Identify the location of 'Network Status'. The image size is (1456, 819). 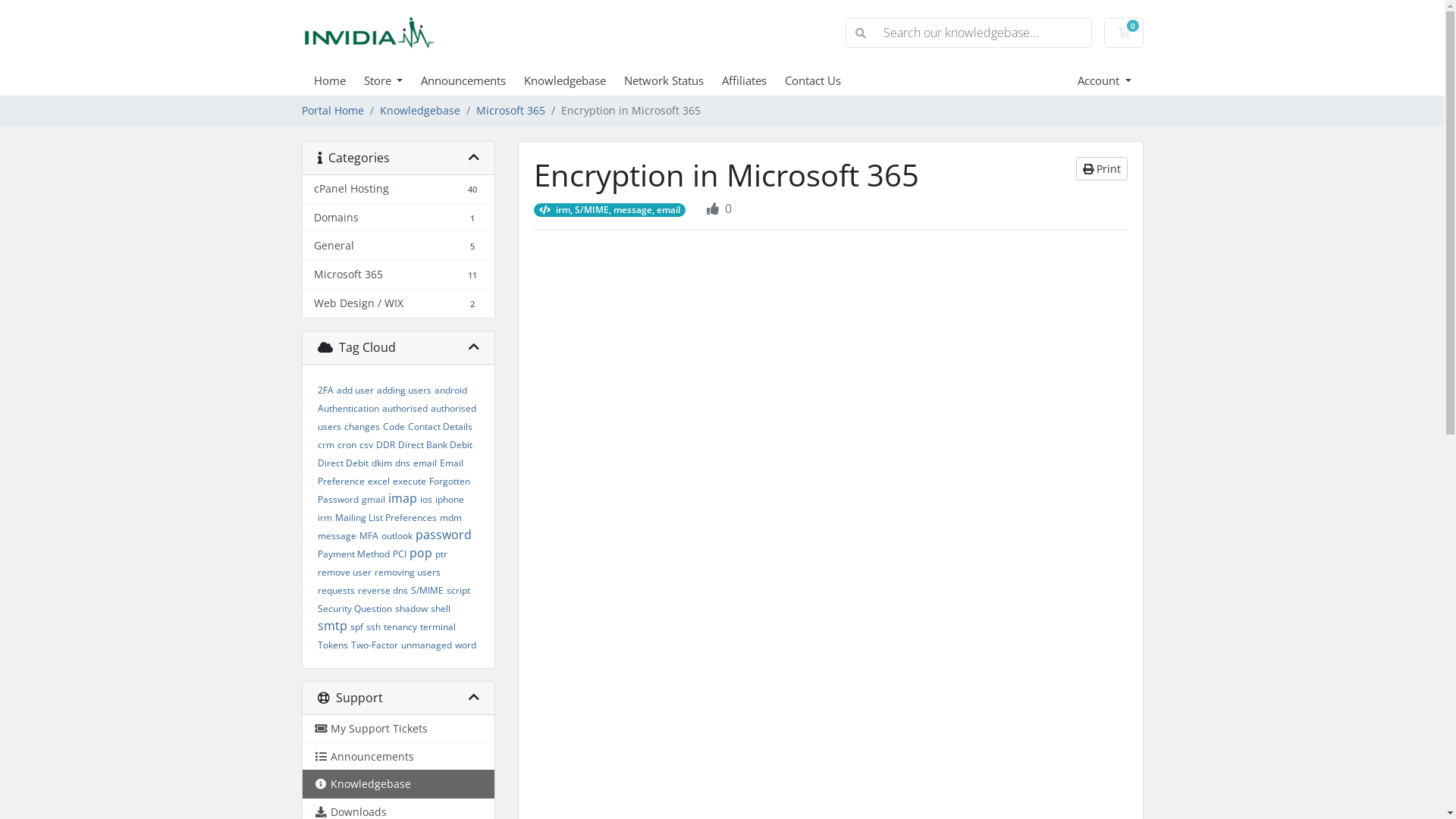
(672, 80).